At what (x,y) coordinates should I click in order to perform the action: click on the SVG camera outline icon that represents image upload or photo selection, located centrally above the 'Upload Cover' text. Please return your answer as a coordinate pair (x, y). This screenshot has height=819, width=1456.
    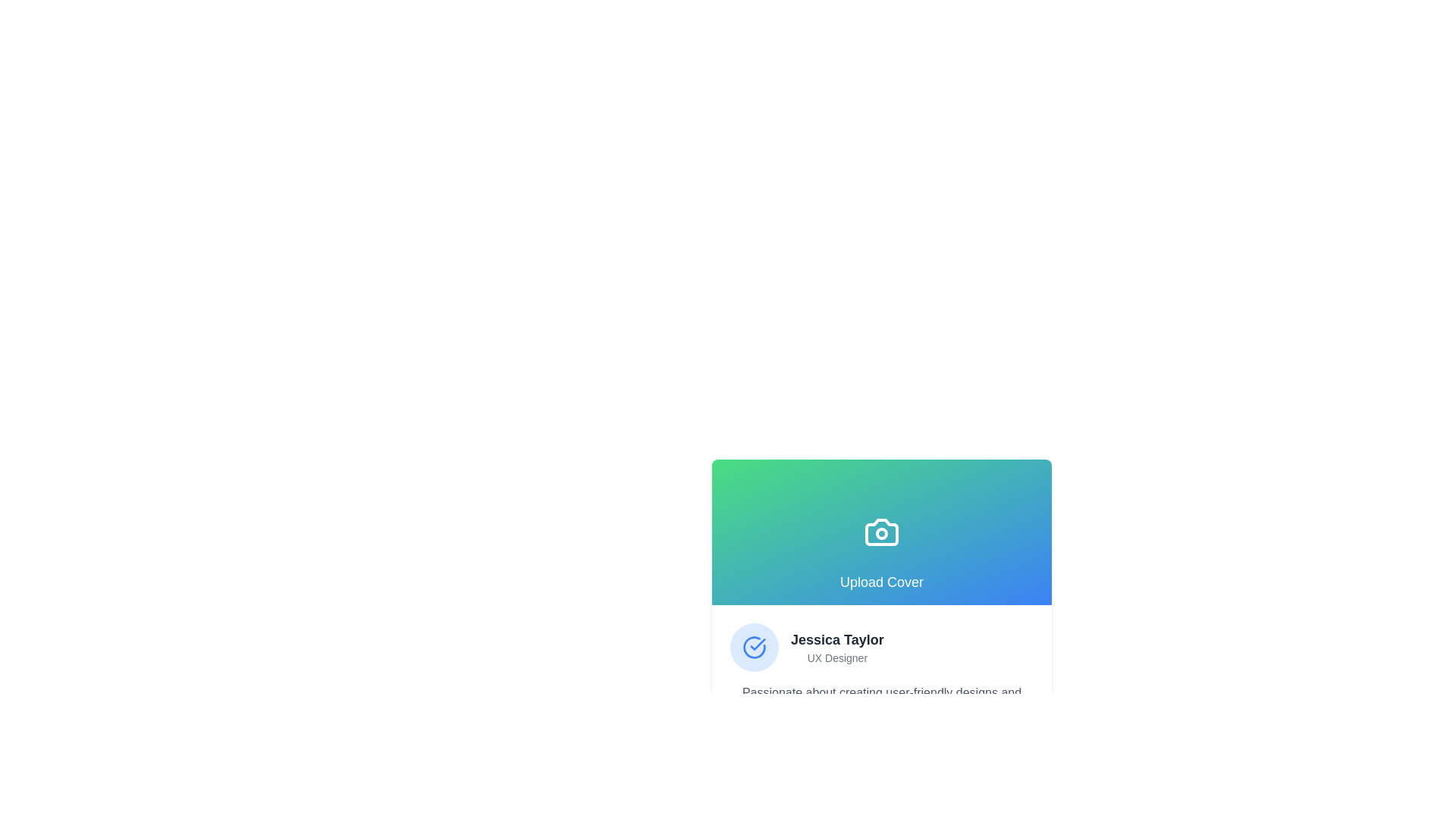
    Looking at the image, I should click on (881, 532).